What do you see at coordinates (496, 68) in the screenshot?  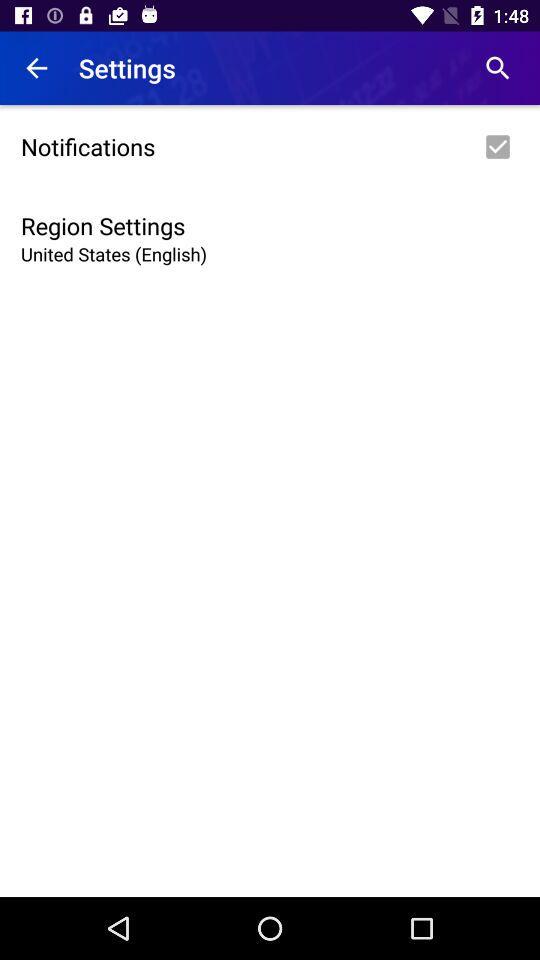 I see `the icon above notifications icon` at bounding box center [496, 68].